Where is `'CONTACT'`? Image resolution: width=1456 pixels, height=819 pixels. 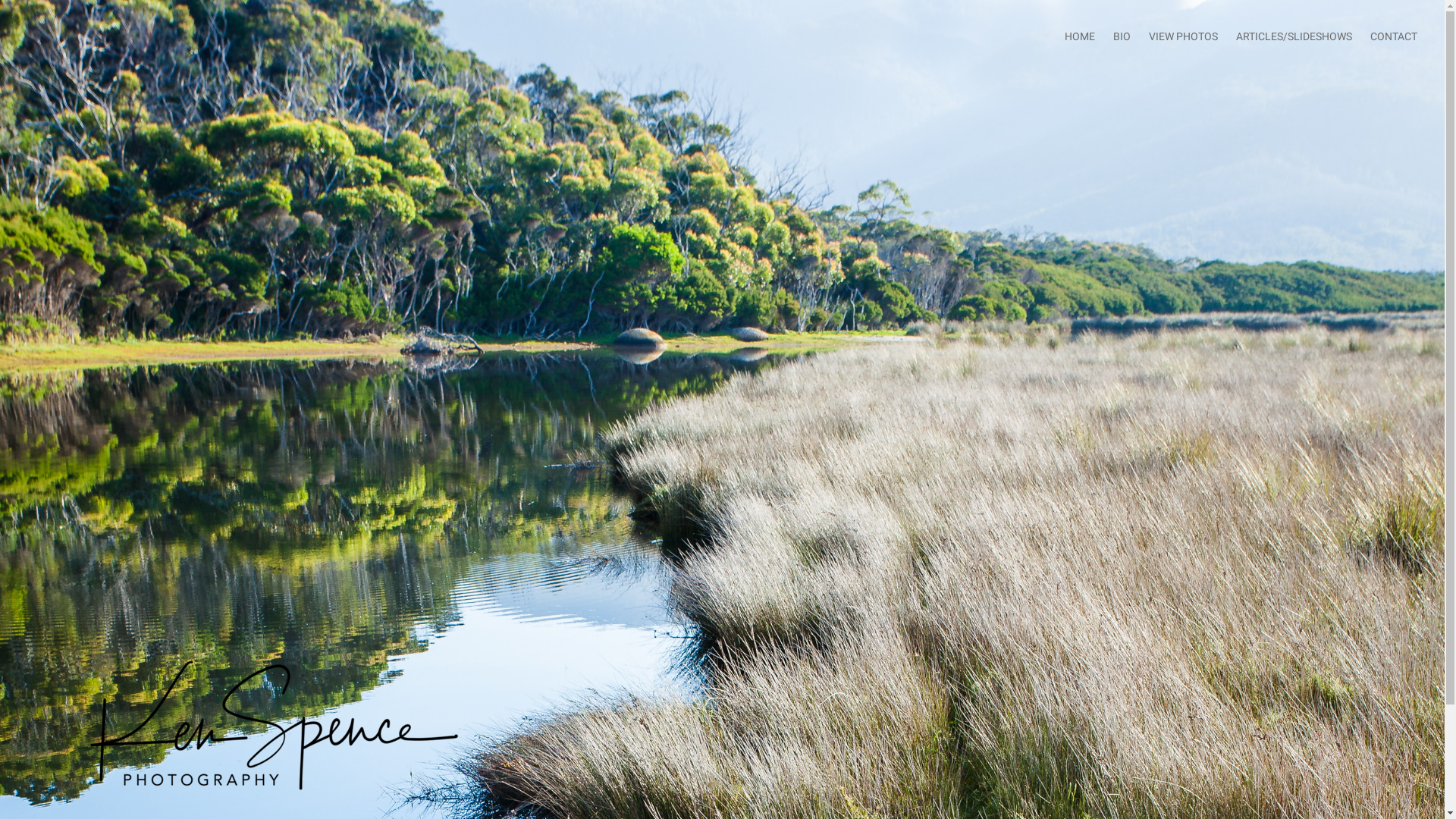
'CONTACT' is located at coordinates (1370, 35).